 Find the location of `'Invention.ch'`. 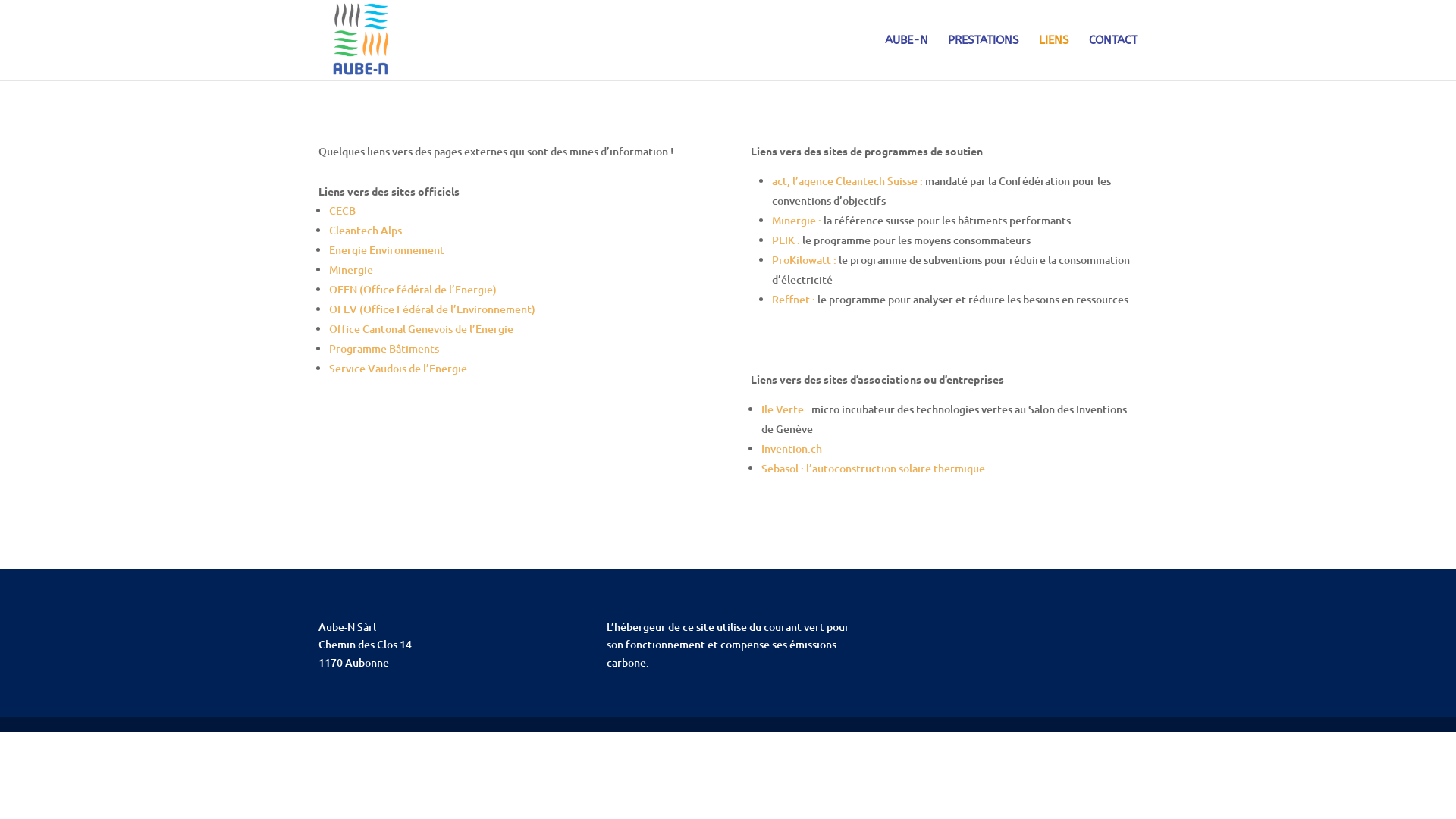

'Invention.ch' is located at coordinates (790, 447).